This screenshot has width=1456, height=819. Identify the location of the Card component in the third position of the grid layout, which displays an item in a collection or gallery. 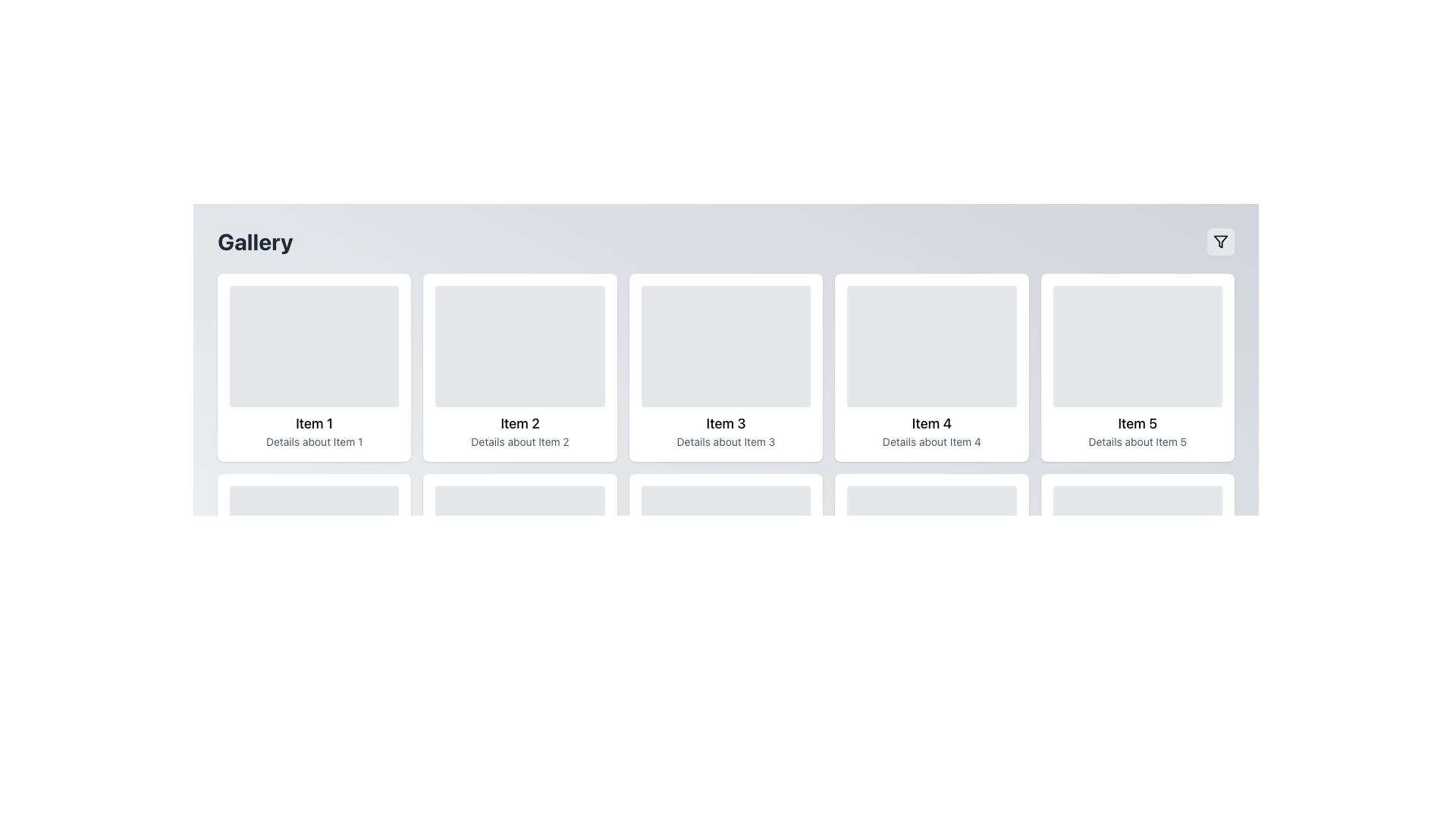
(725, 368).